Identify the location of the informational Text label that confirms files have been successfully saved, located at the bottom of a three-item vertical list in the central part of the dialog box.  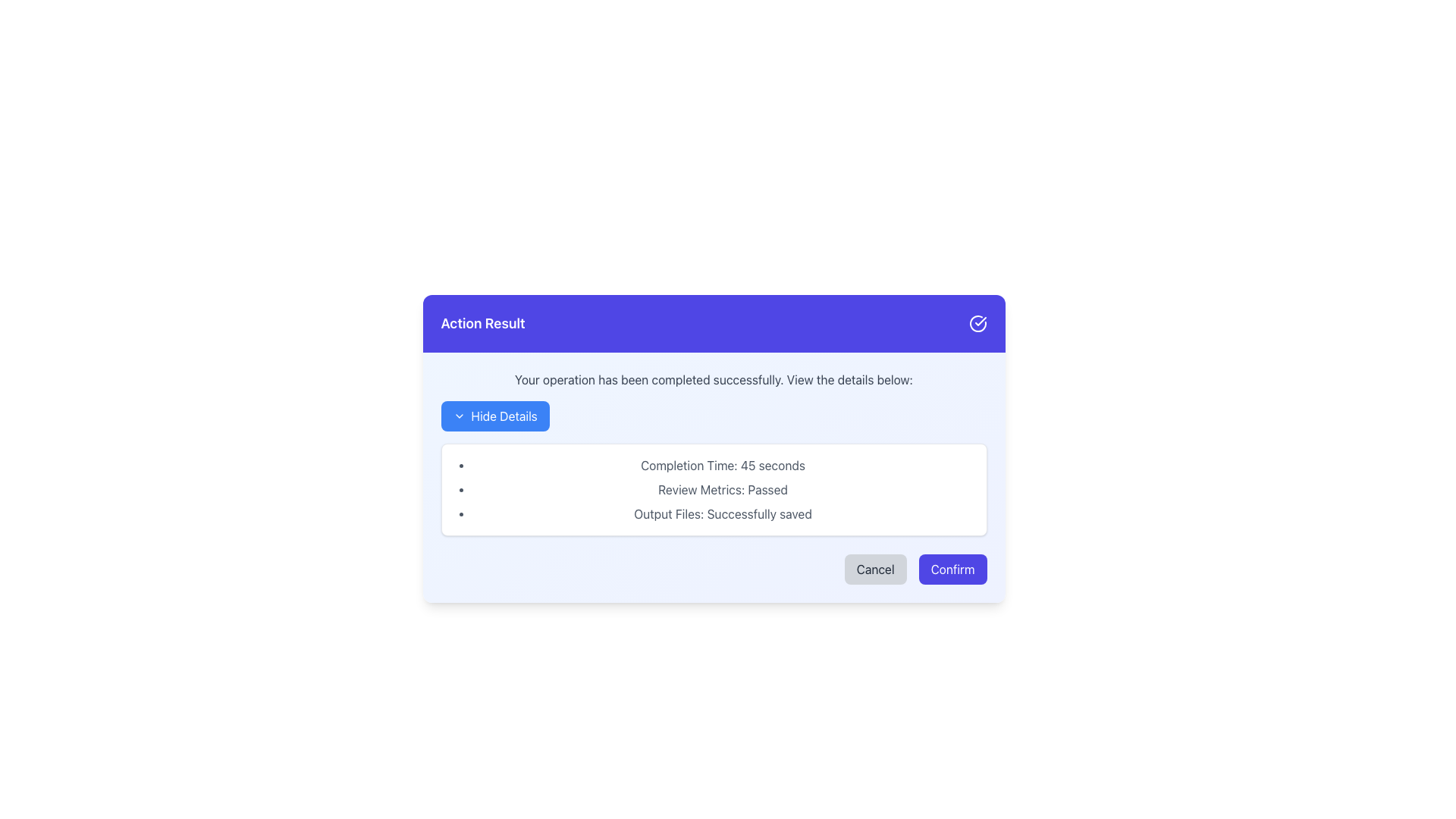
(722, 513).